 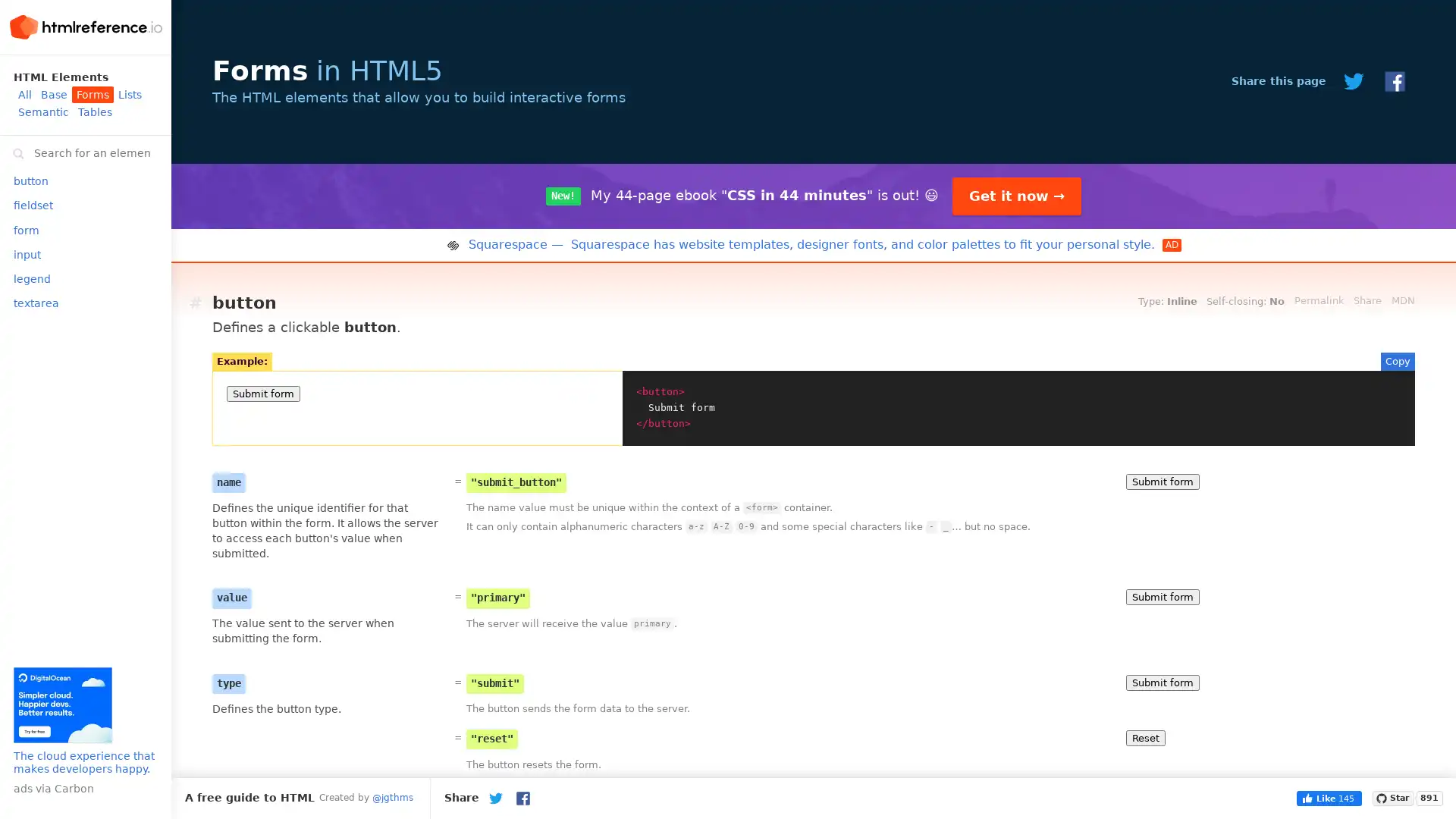 What do you see at coordinates (1162, 481) in the screenshot?
I see `Submit form` at bounding box center [1162, 481].